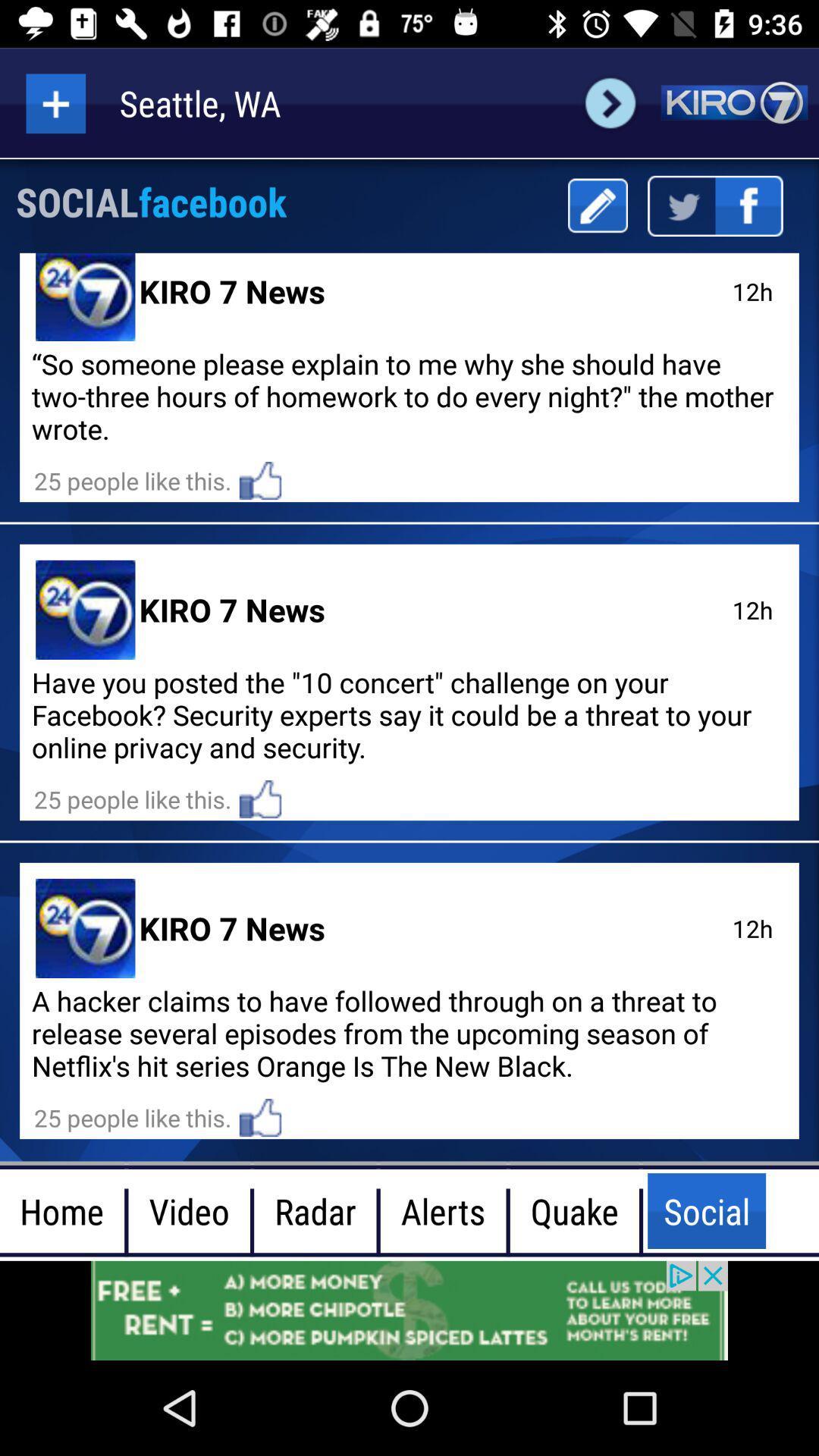  What do you see at coordinates (597, 205) in the screenshot?
I see `edit option` at bounding box center [597, 205].